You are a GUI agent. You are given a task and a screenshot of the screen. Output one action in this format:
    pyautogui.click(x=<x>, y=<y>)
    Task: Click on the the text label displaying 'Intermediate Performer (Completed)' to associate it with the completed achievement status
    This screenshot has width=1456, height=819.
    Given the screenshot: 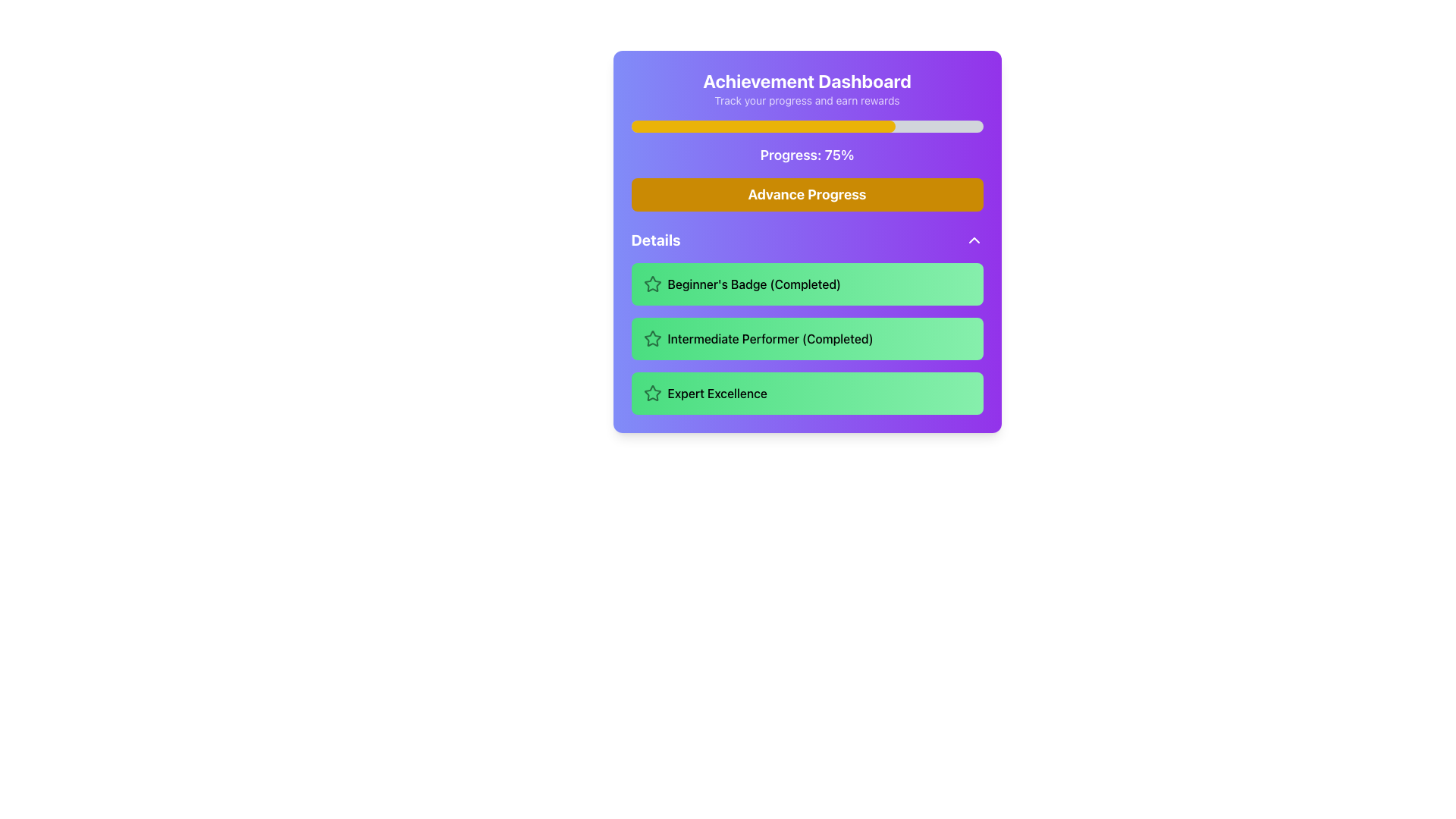 What is the action you would take?
    pyautogui.click(x=806, y=338)
    